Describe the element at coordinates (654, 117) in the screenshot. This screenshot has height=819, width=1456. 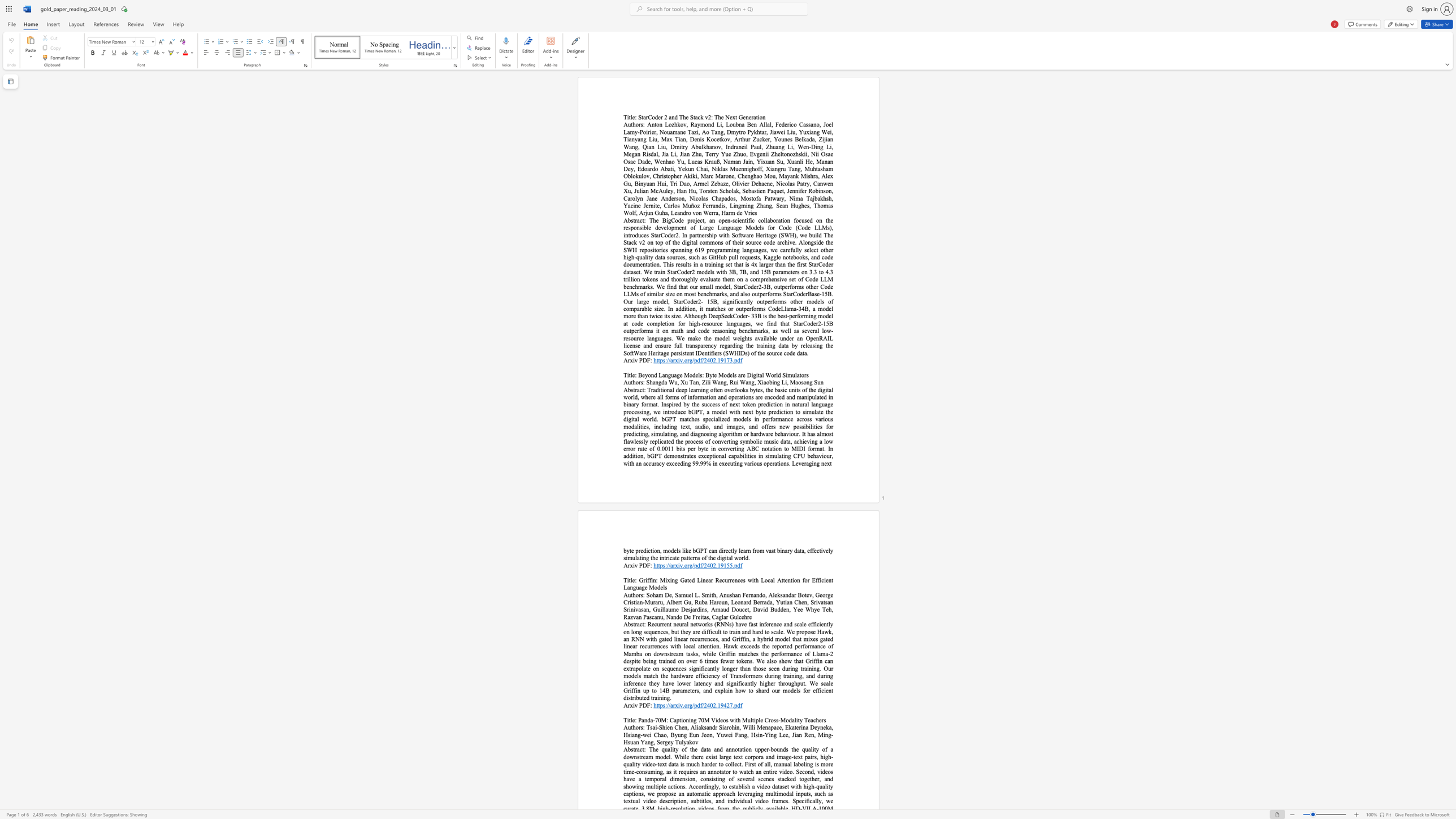
I see `the subset text "der 2 and The St" within the text "StarCoder 2 and The Stack v2: The Next Generation"` at that location.